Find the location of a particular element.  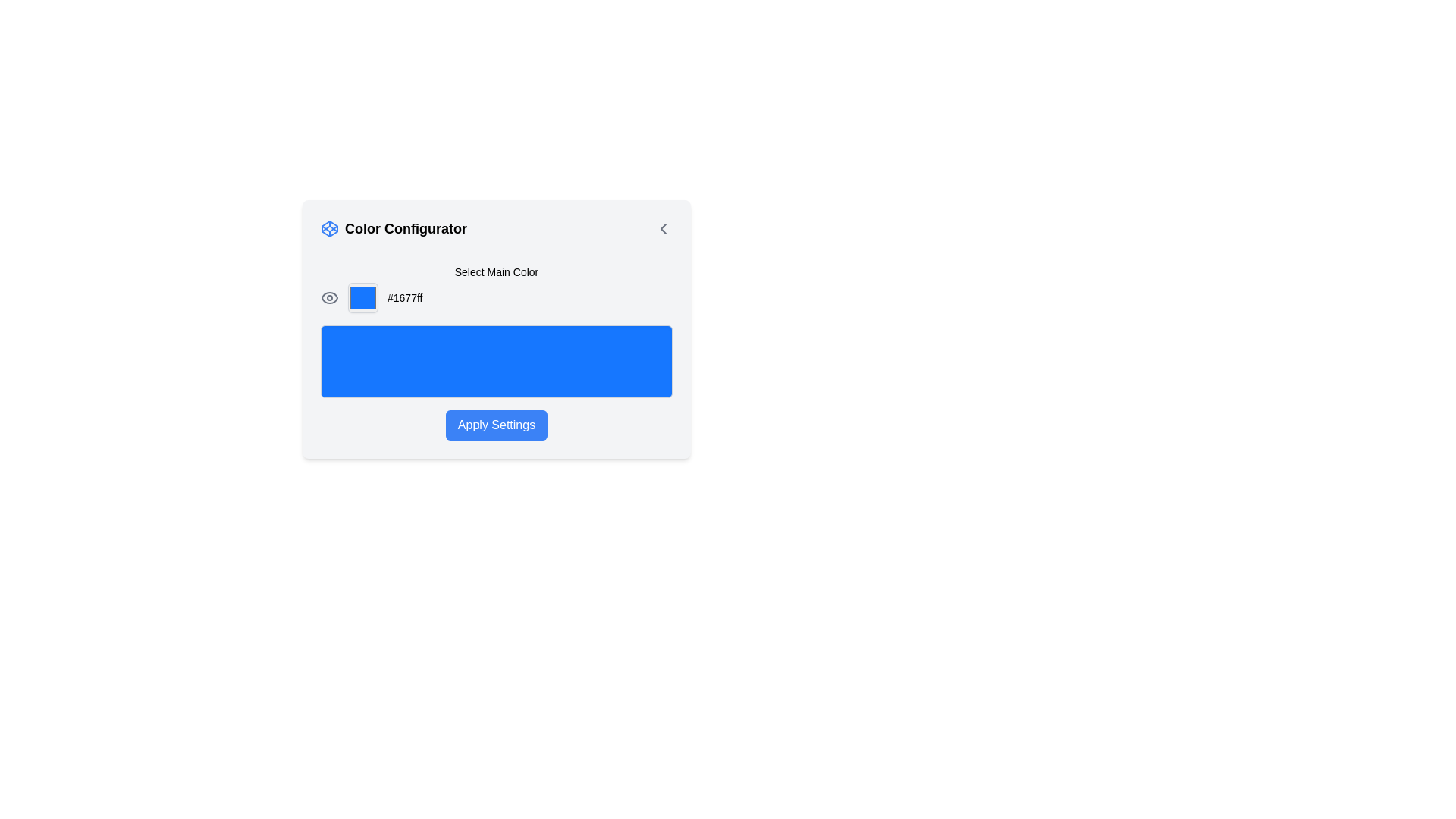

the rightmost icon button in the header section of the 'Color Configurator' panel is located at coordinates (663, 228).